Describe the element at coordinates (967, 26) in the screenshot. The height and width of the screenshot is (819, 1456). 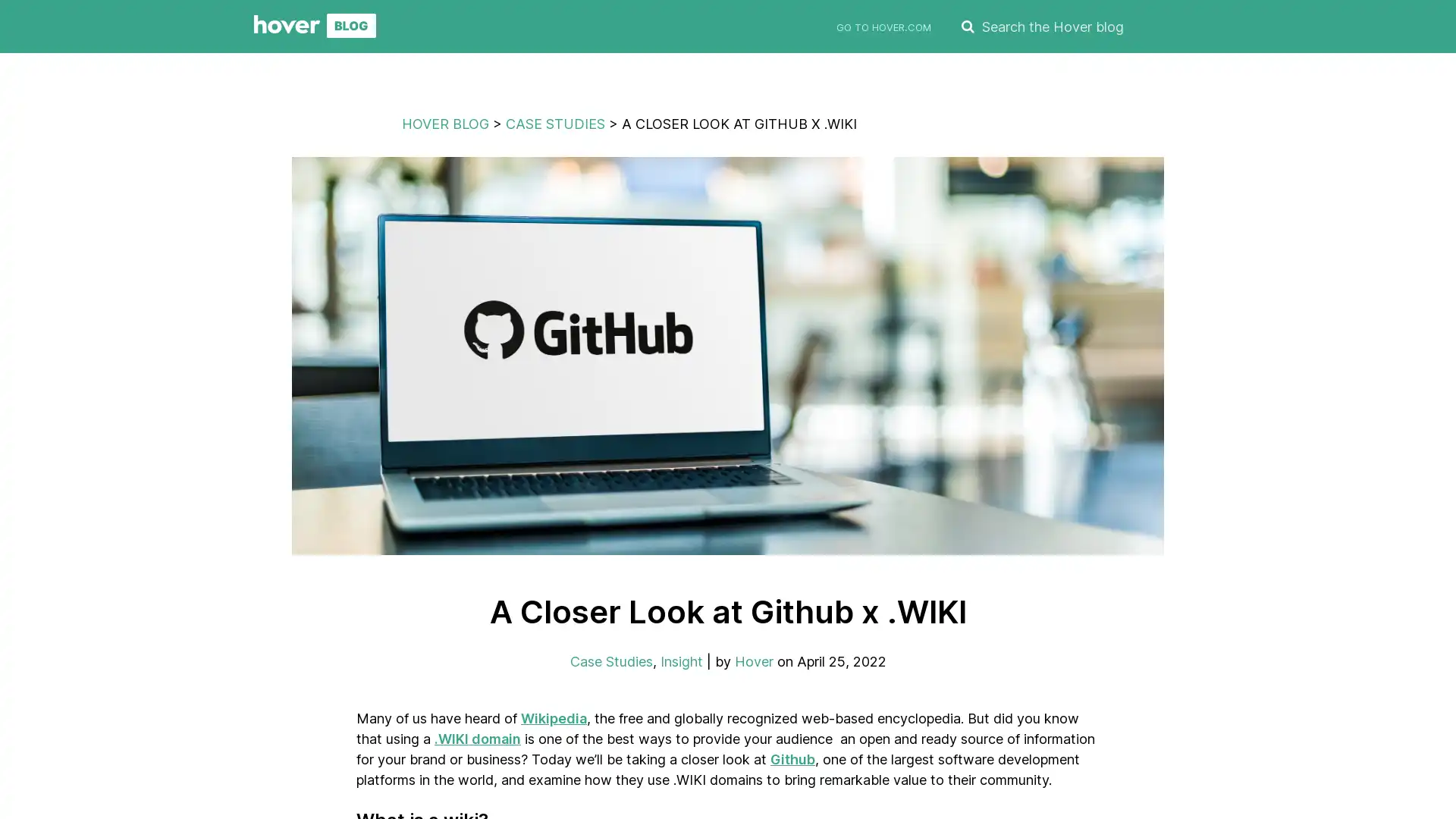
I see `SEARCH` at that location.